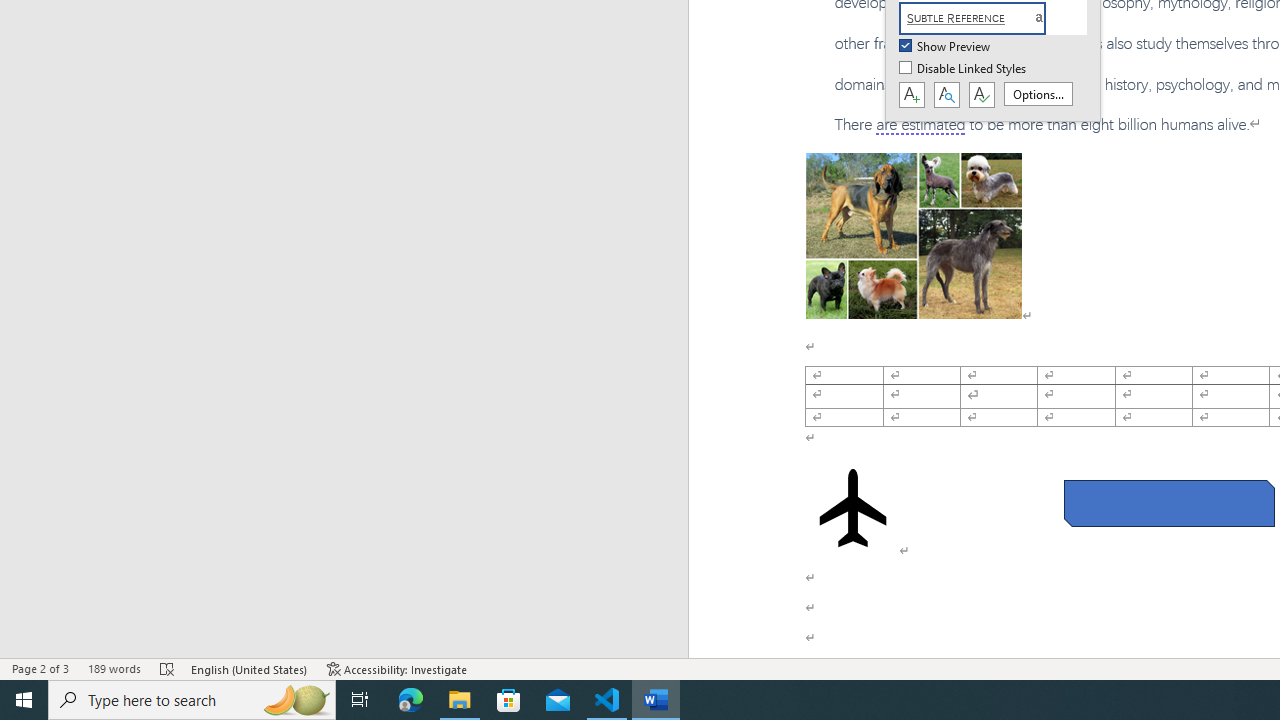 The width and height of the screenshot is (1280, 720). I want to click on 'Page Number Page 2 of 3', so click(40, 669).